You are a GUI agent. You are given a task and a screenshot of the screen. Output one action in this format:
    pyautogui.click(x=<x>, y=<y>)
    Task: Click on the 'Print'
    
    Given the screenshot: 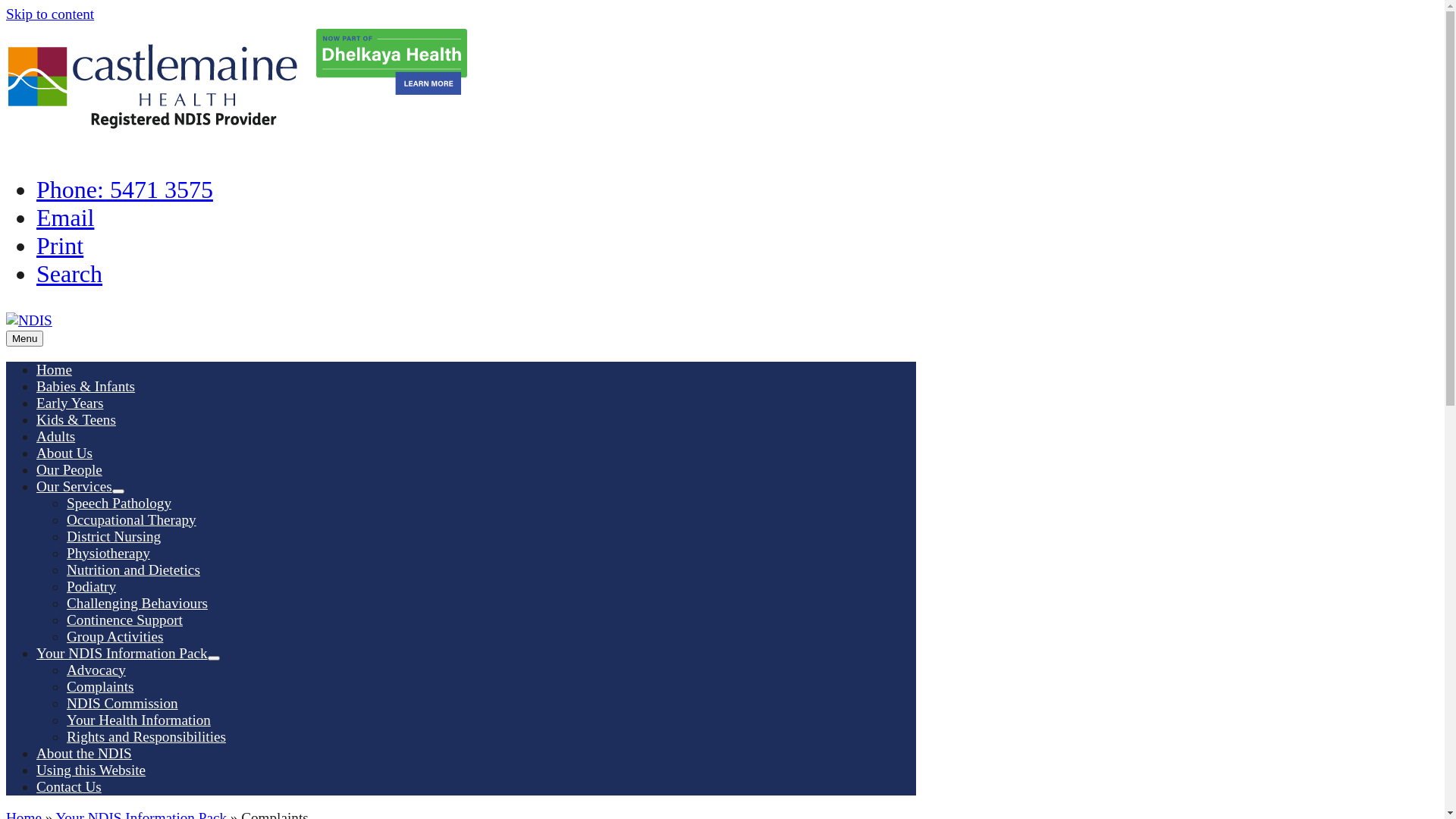 What is the action you would take?
    pyautogui.click(x=36, y=245)
    